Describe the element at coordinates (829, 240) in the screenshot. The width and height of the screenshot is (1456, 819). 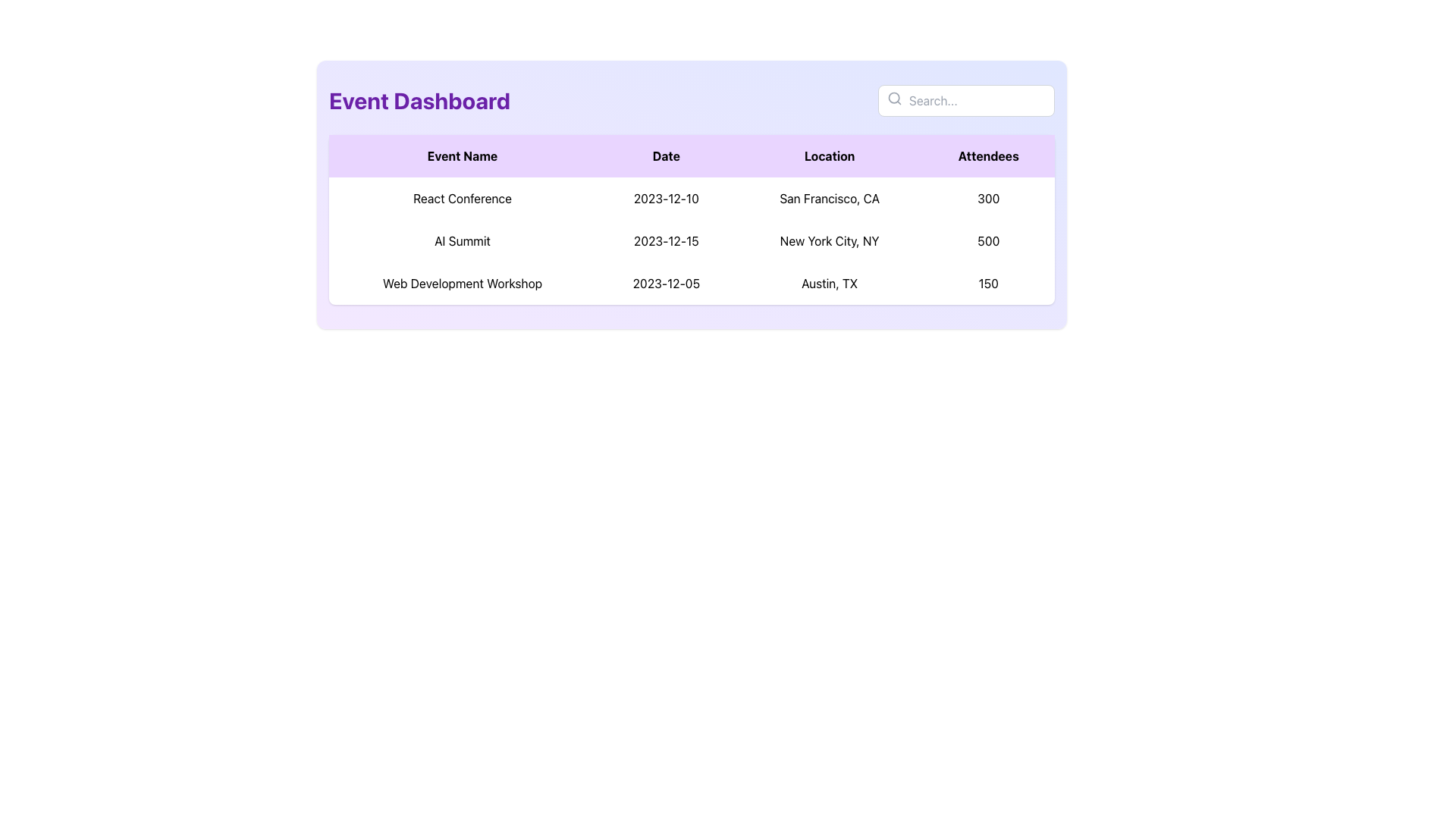
I see `text displayed in the Text Label that shows 'New York City, NY', which is located in the third column of the row for the 'AI Summit' event` at that location.